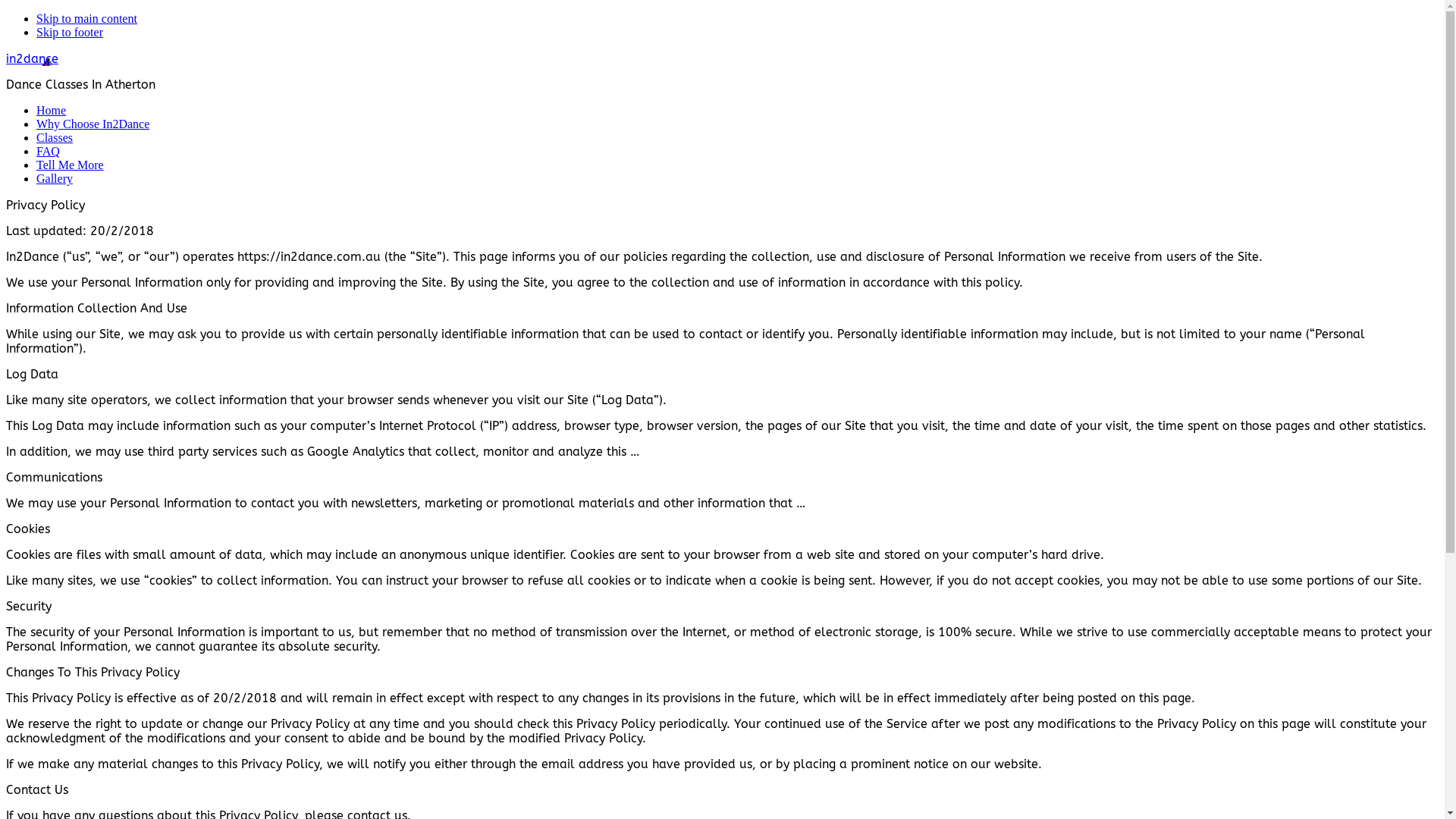  What do you see at coordinates (69, 165) in the screenshot?
I see `'Tell Me More'` at bounding box center [69, 165].